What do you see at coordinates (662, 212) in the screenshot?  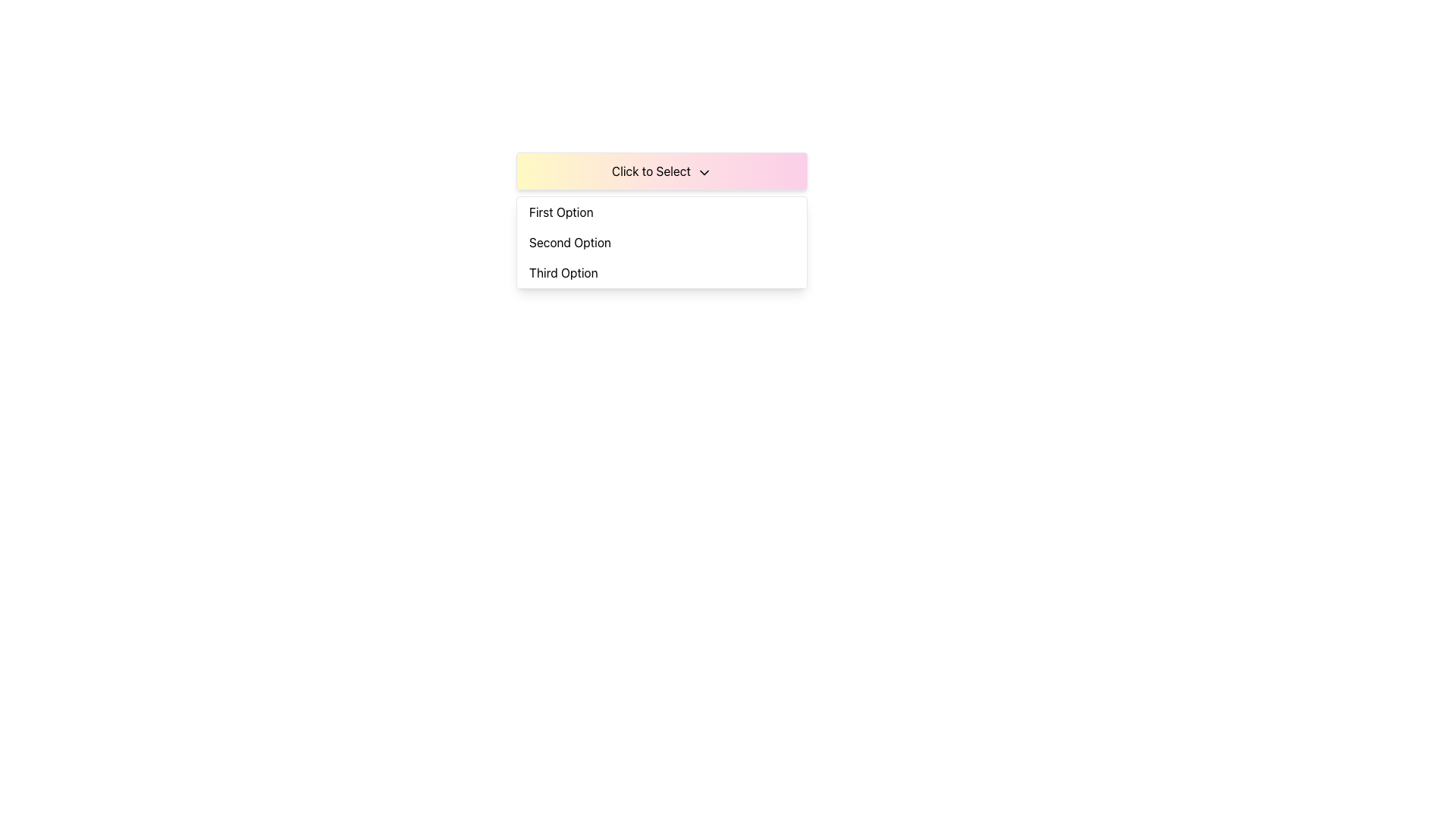 I see `the first option in the dropdown menu labeled 'First Option'` at bounding box center [662, 212].